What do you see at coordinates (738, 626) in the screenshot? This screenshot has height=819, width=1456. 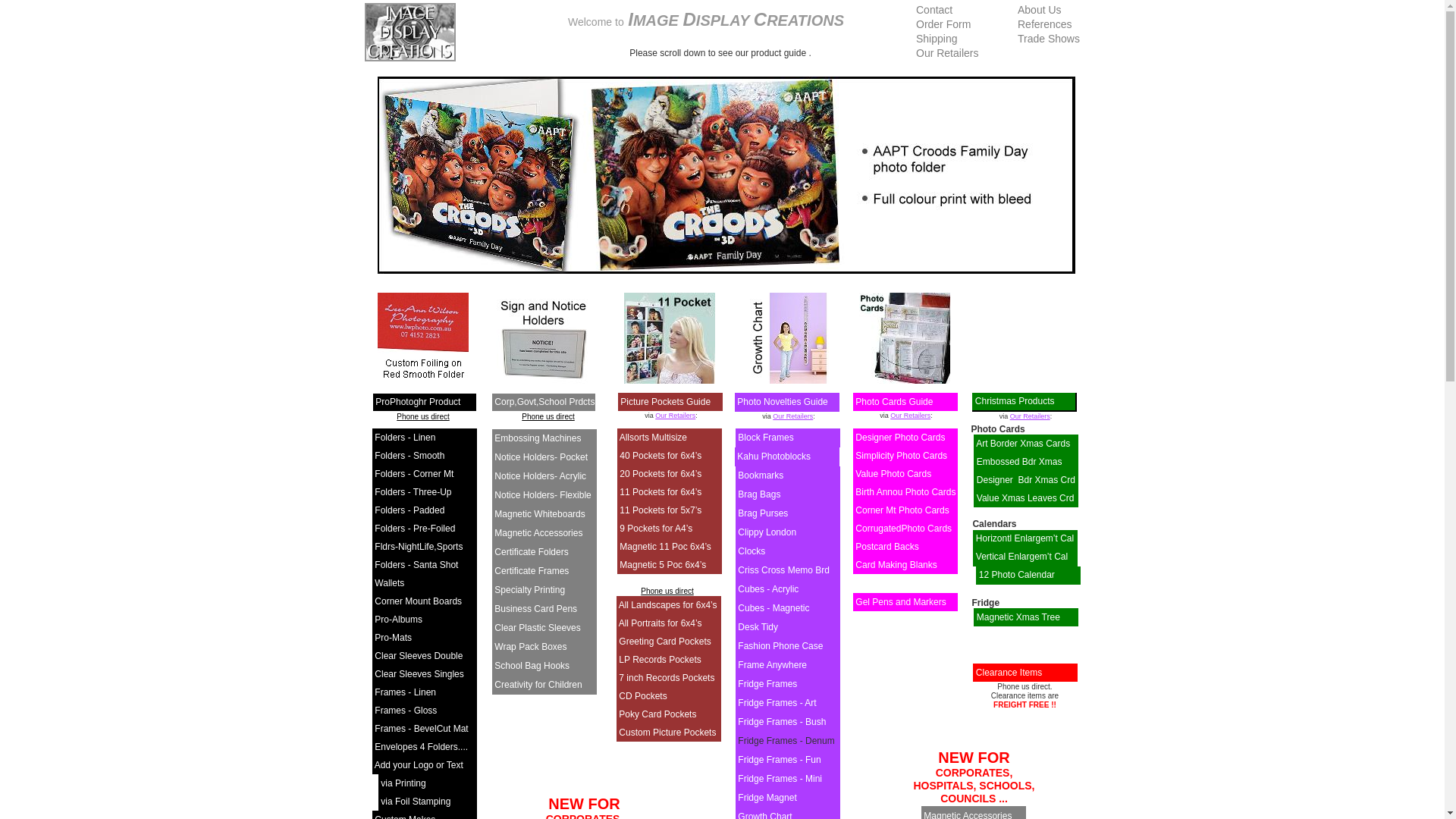 I see `'Desk Tidy'` at bounding box center [738, 626].